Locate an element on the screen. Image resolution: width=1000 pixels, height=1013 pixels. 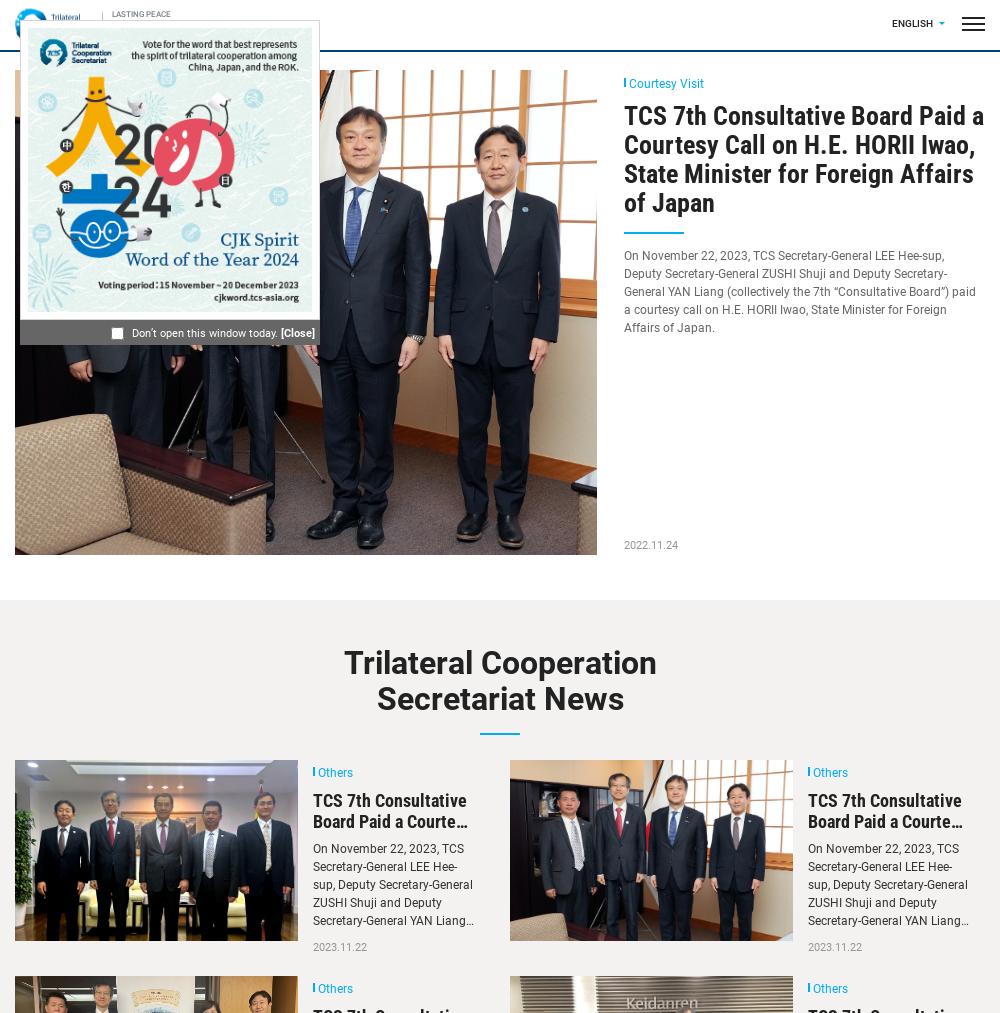
'[Close]' is located at coordinates (298, 333).